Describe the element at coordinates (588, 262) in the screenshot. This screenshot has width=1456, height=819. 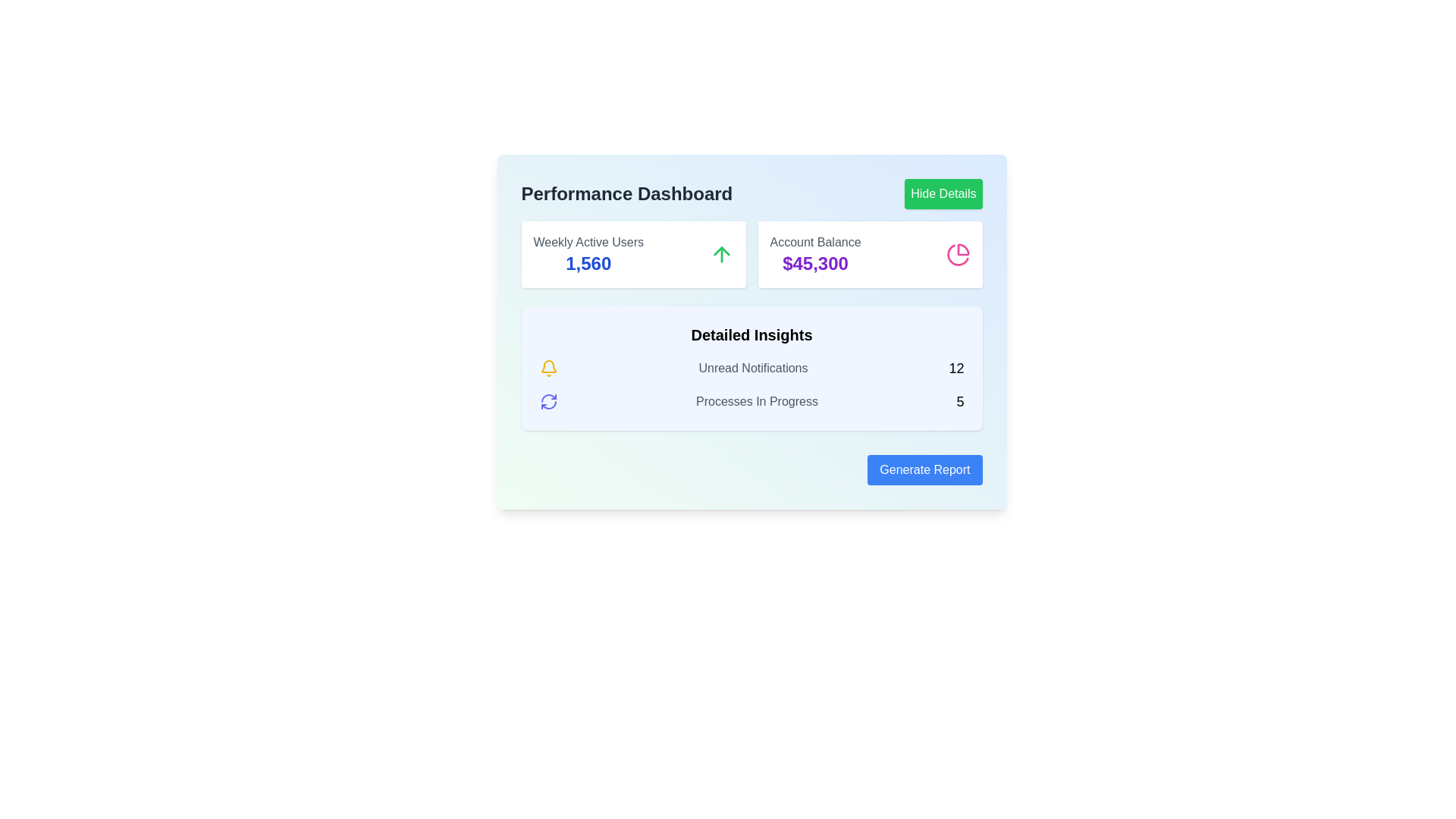
I see `the text display element that shows the number of weekly active users, located within the white rectangle in the top-left portion of the 'Performance Dashboard' card` at that location.